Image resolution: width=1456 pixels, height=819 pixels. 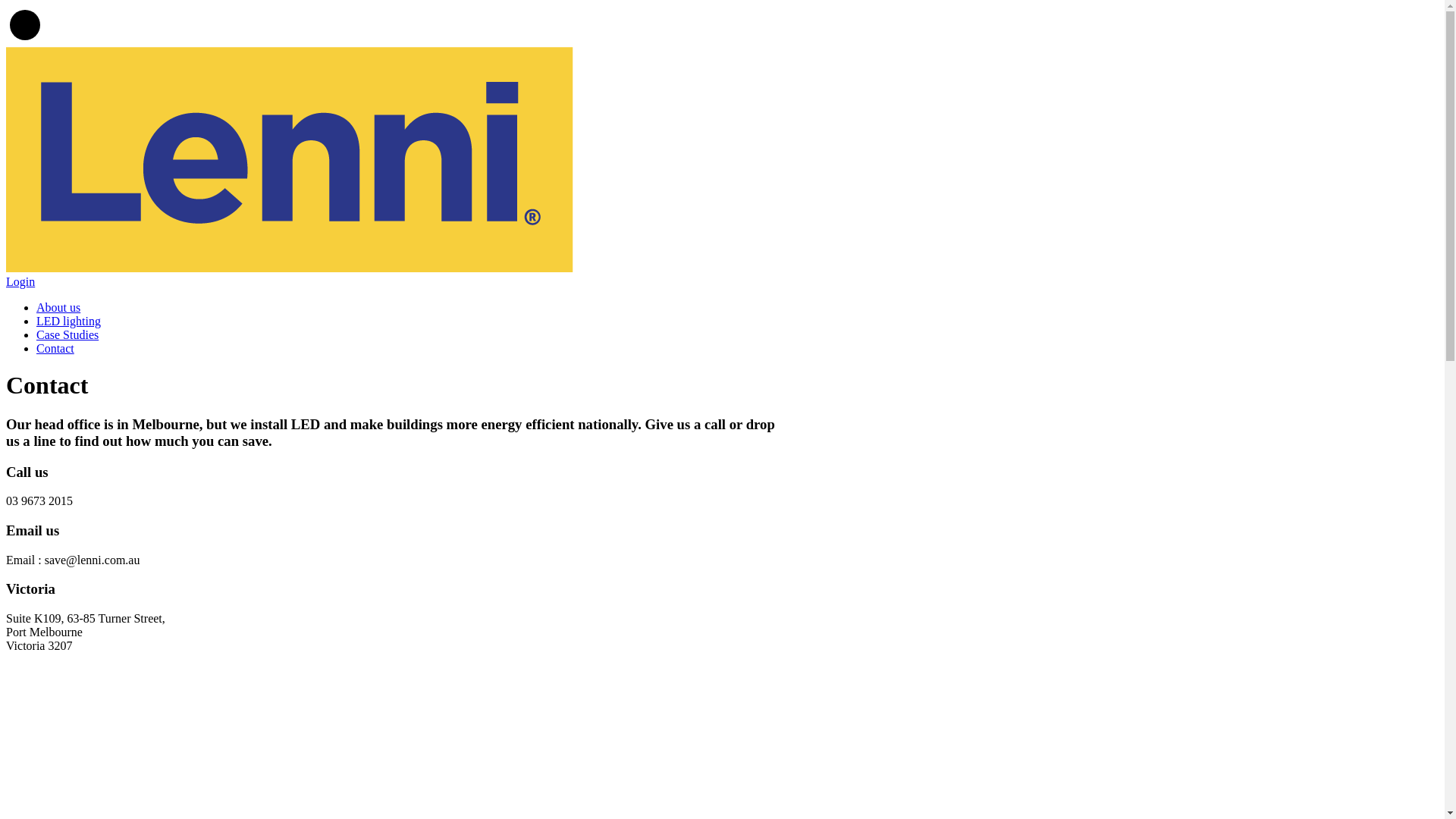 What do you see at coordinates (67, 320) in the screenshot?
I see `'LED lighting'` at bounding box center [67, 320].